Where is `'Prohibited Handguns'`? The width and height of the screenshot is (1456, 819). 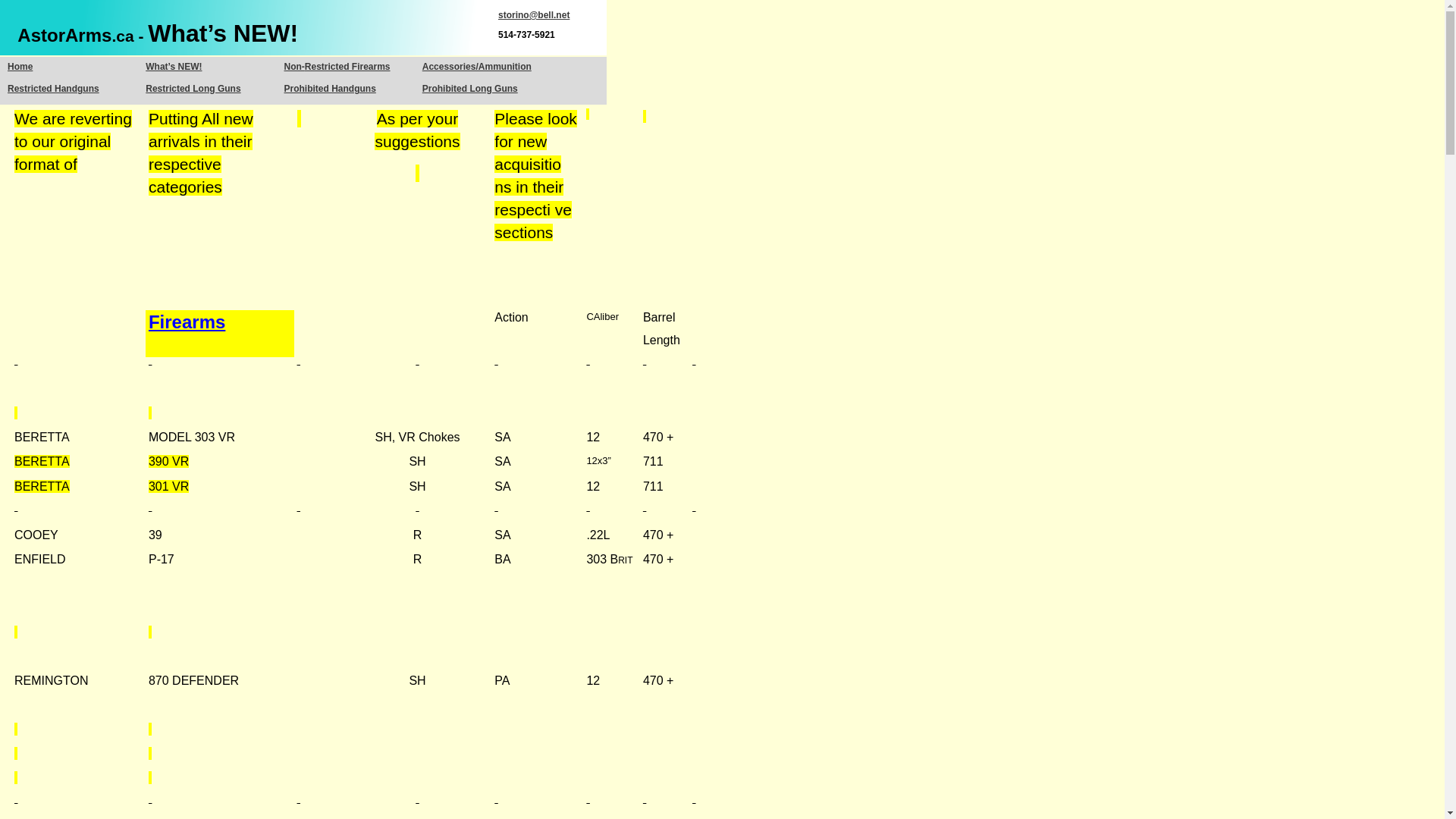
'Prohibited Handguns' is located at coordinates (328, 88).